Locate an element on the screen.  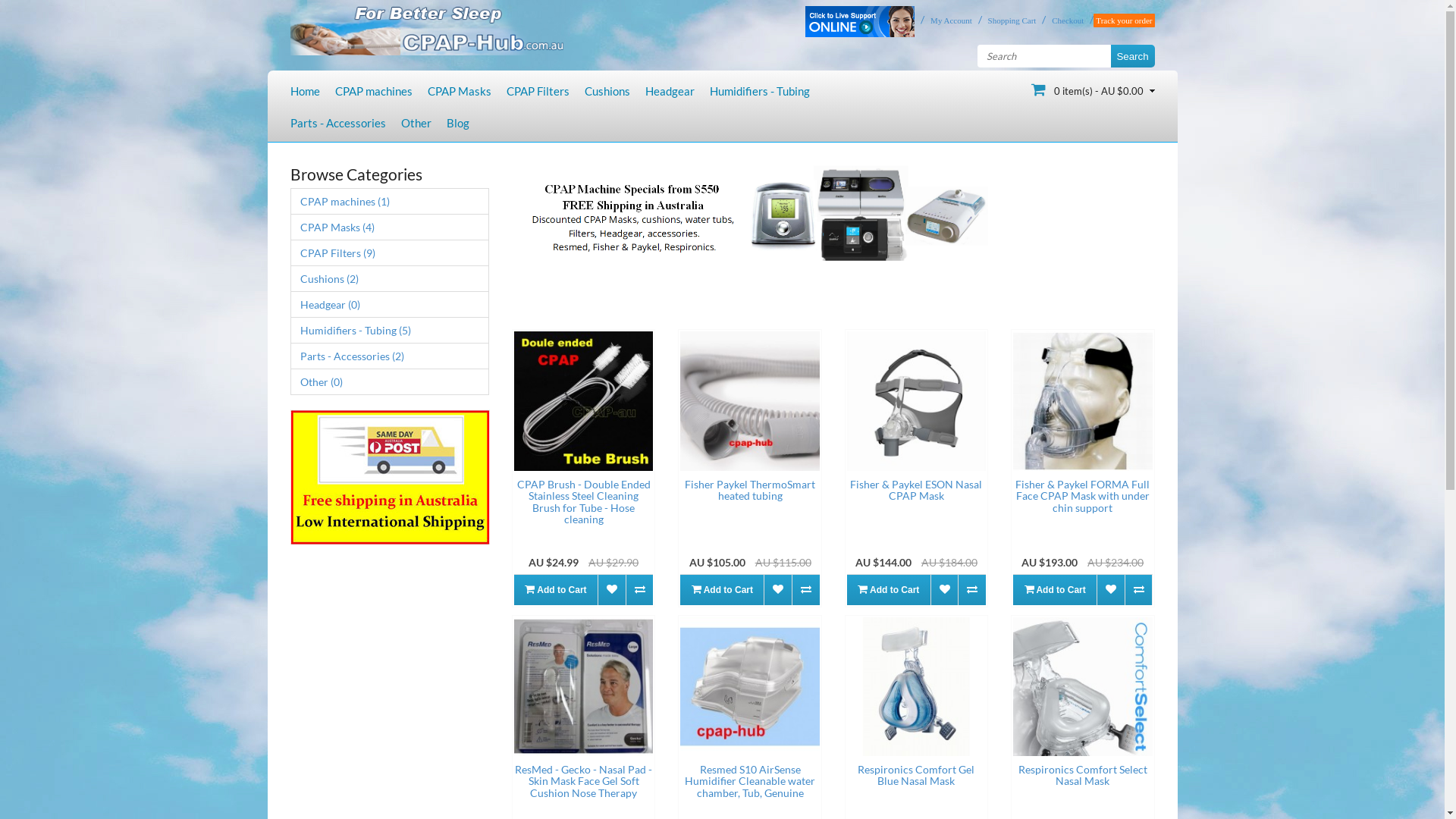
'Add to Cart' is located at coordinates (720, 589).